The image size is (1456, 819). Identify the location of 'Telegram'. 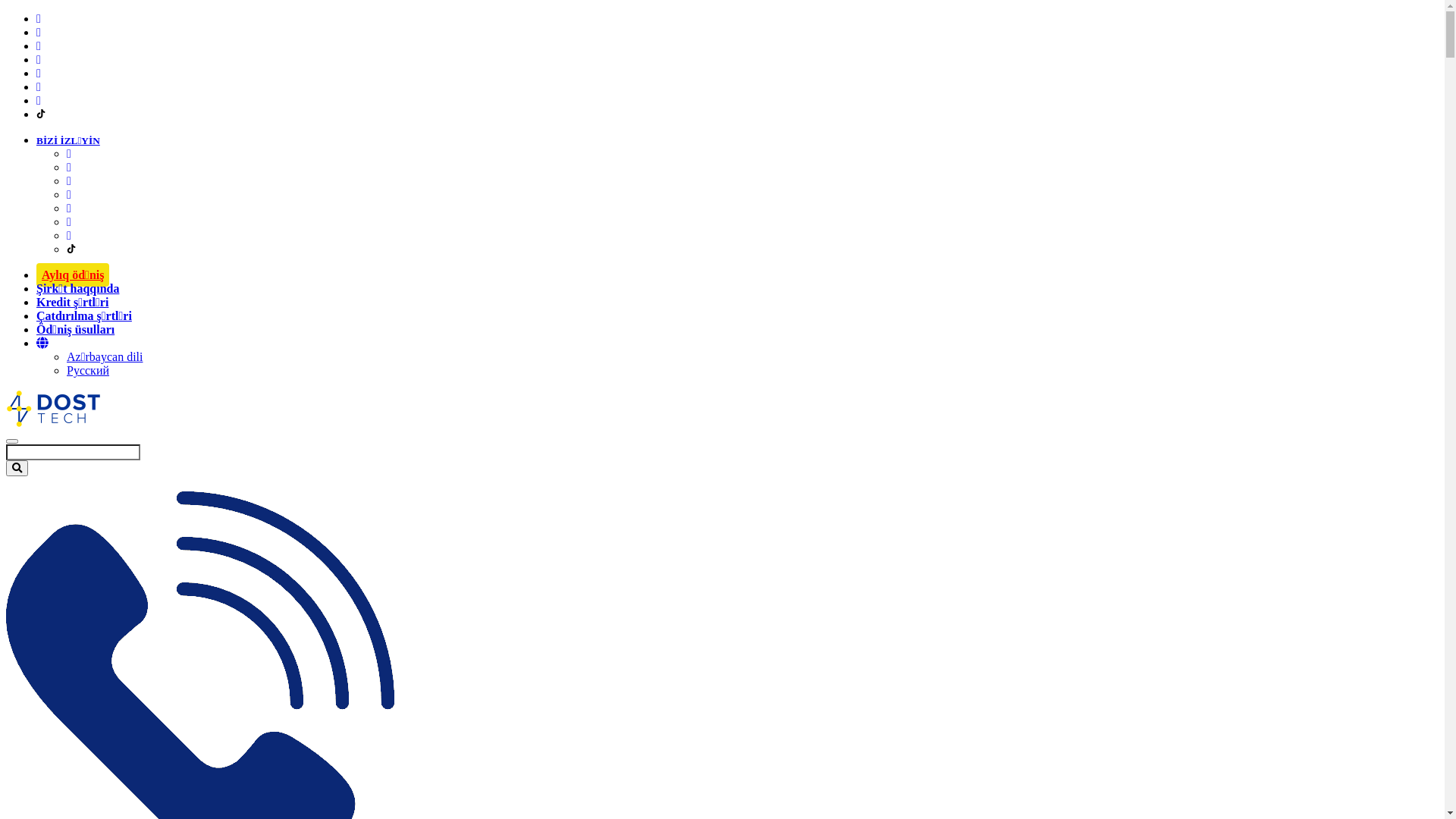
(68, 221).